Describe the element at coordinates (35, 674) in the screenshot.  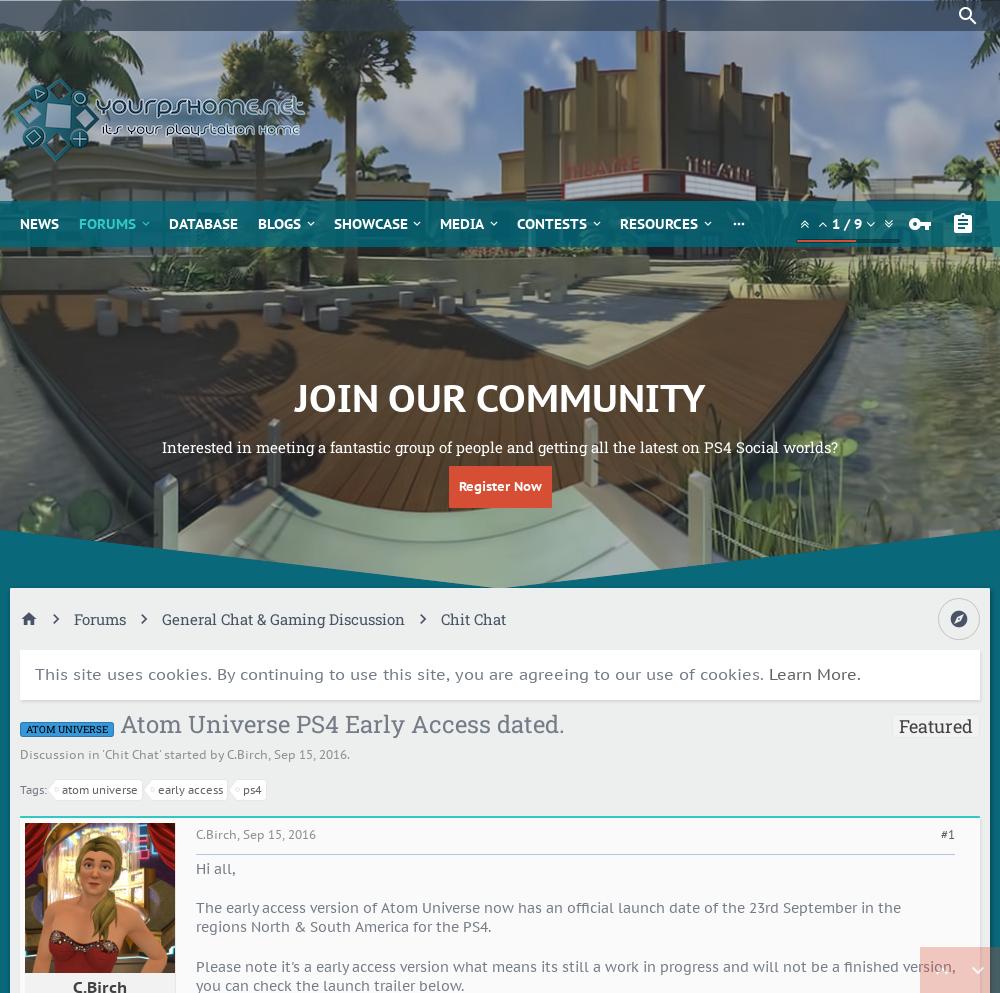
I see `'This site uses cookies. By continuing to use this site, you are agreeing to our use of cookies.'` at that location.